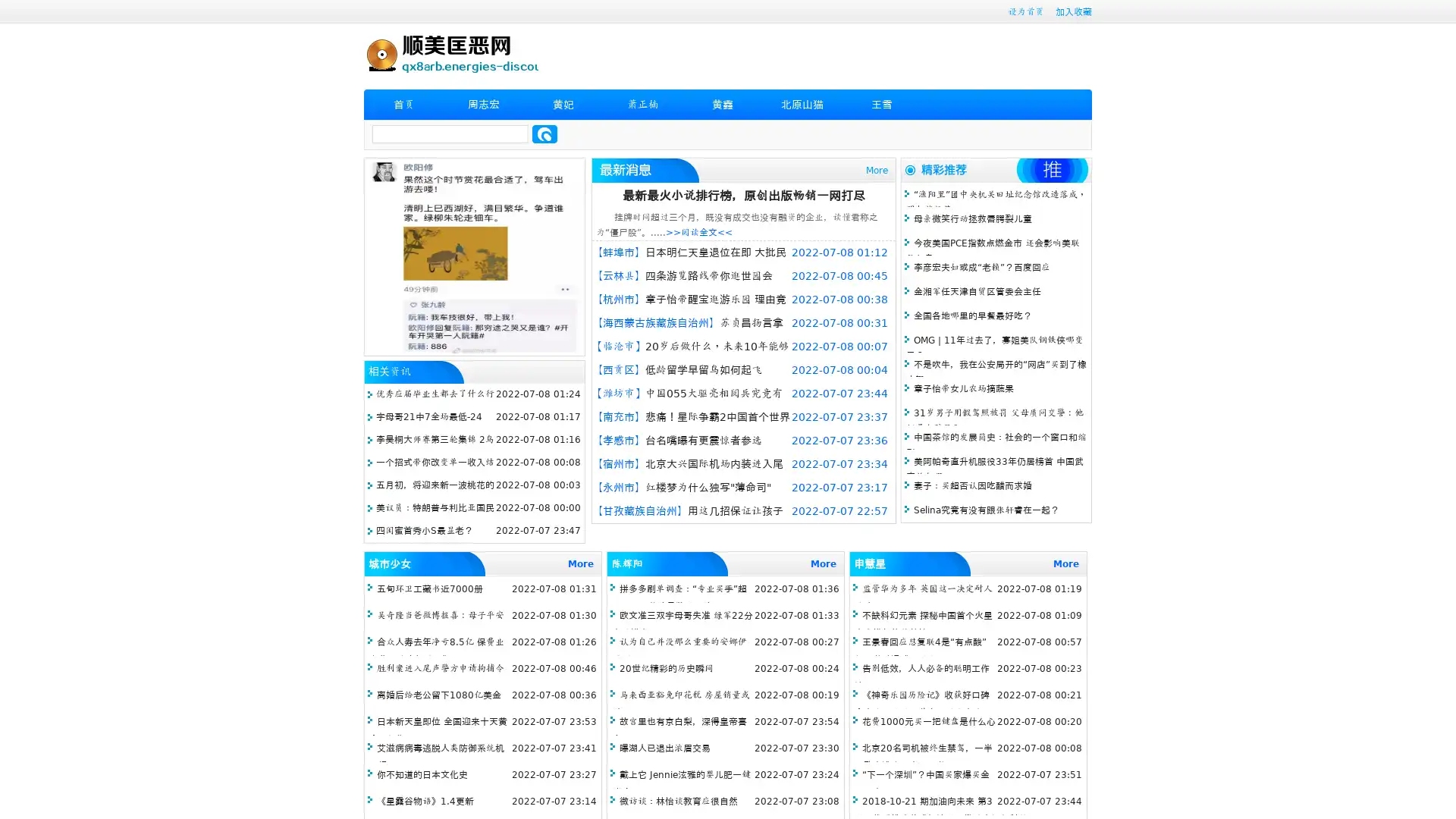 The height and width of the screenshot is (819, 1456). I want to click on Search, so click(544, 133).